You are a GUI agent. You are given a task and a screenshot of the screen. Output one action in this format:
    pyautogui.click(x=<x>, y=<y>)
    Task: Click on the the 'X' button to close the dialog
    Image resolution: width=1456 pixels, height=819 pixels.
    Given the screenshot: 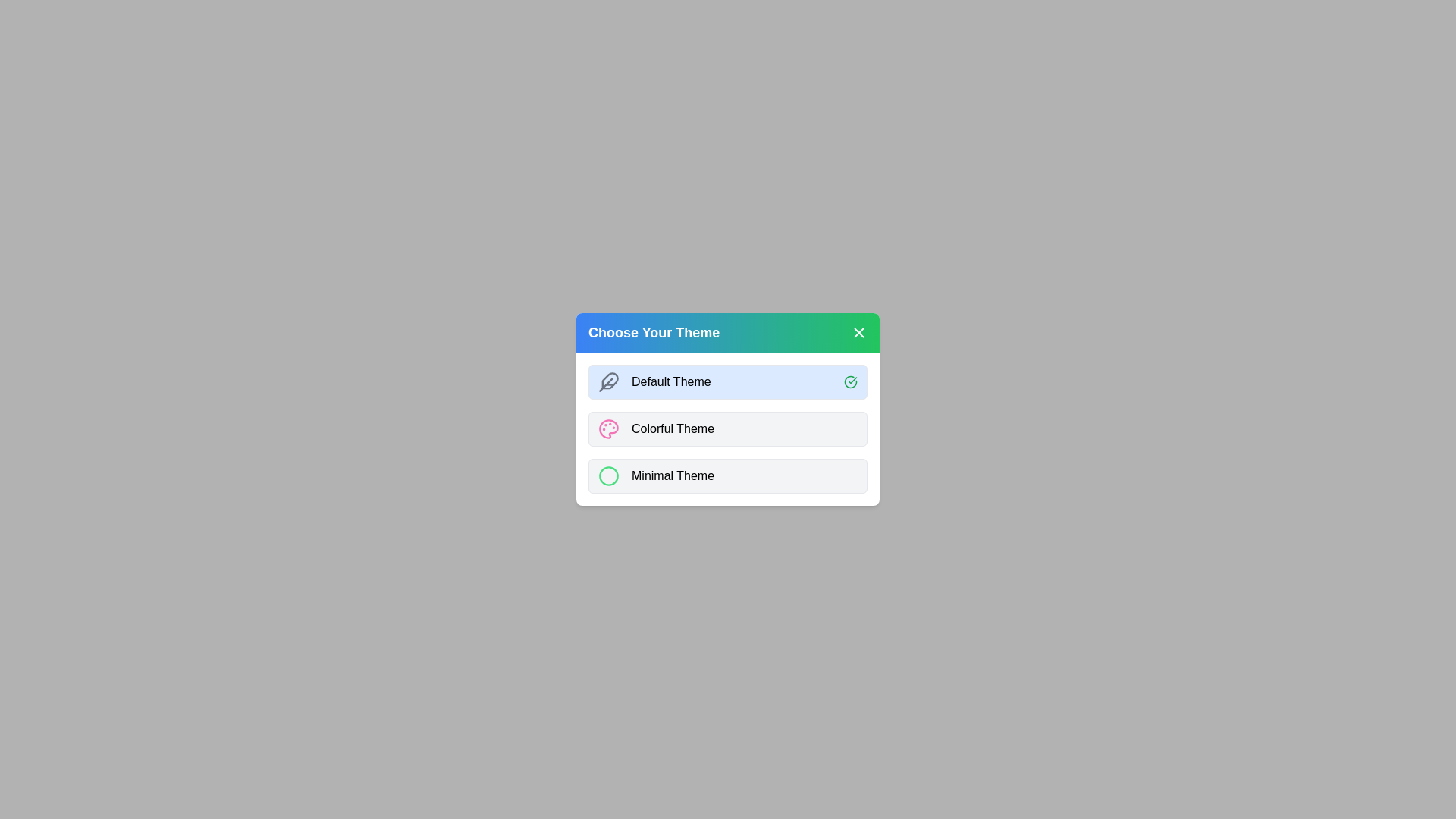 What is the action you would take?
    pyautogui.click(x=858, y=332)
    